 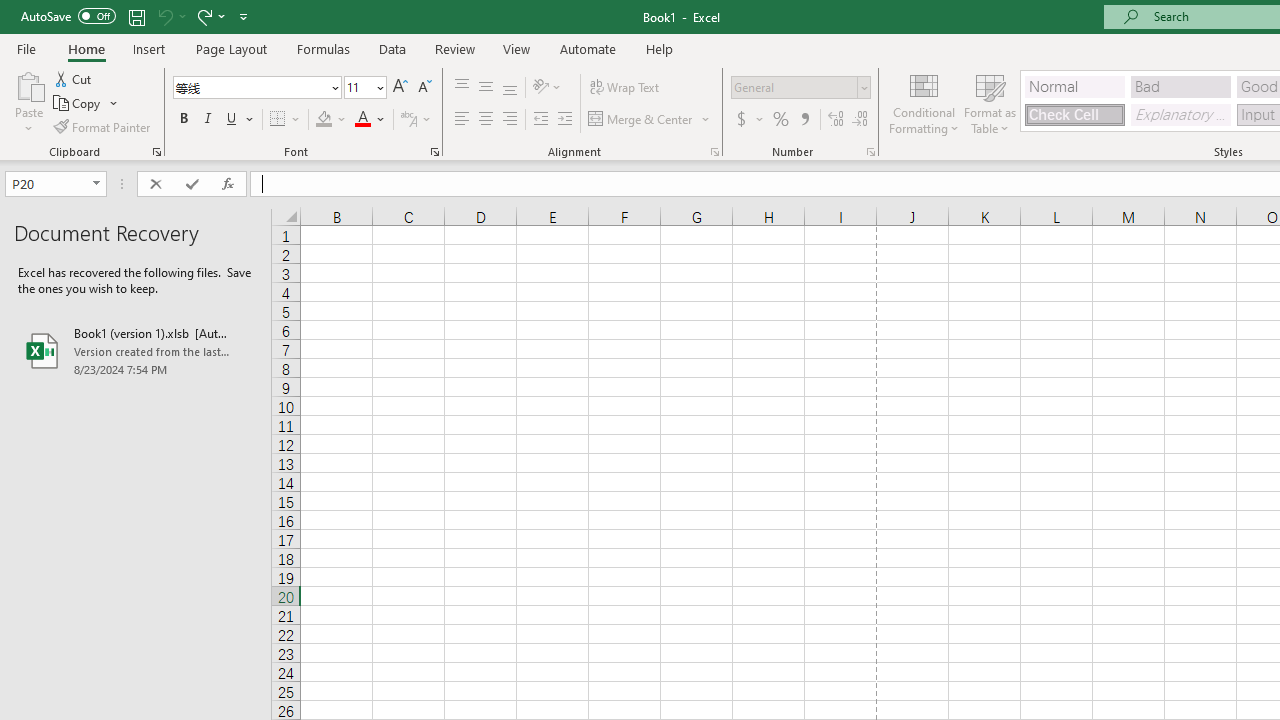 What do you see at coordinates (407, 119) in the screenshot?
I see `'Show Phonetic Field'` at bounding box center [407, 119].